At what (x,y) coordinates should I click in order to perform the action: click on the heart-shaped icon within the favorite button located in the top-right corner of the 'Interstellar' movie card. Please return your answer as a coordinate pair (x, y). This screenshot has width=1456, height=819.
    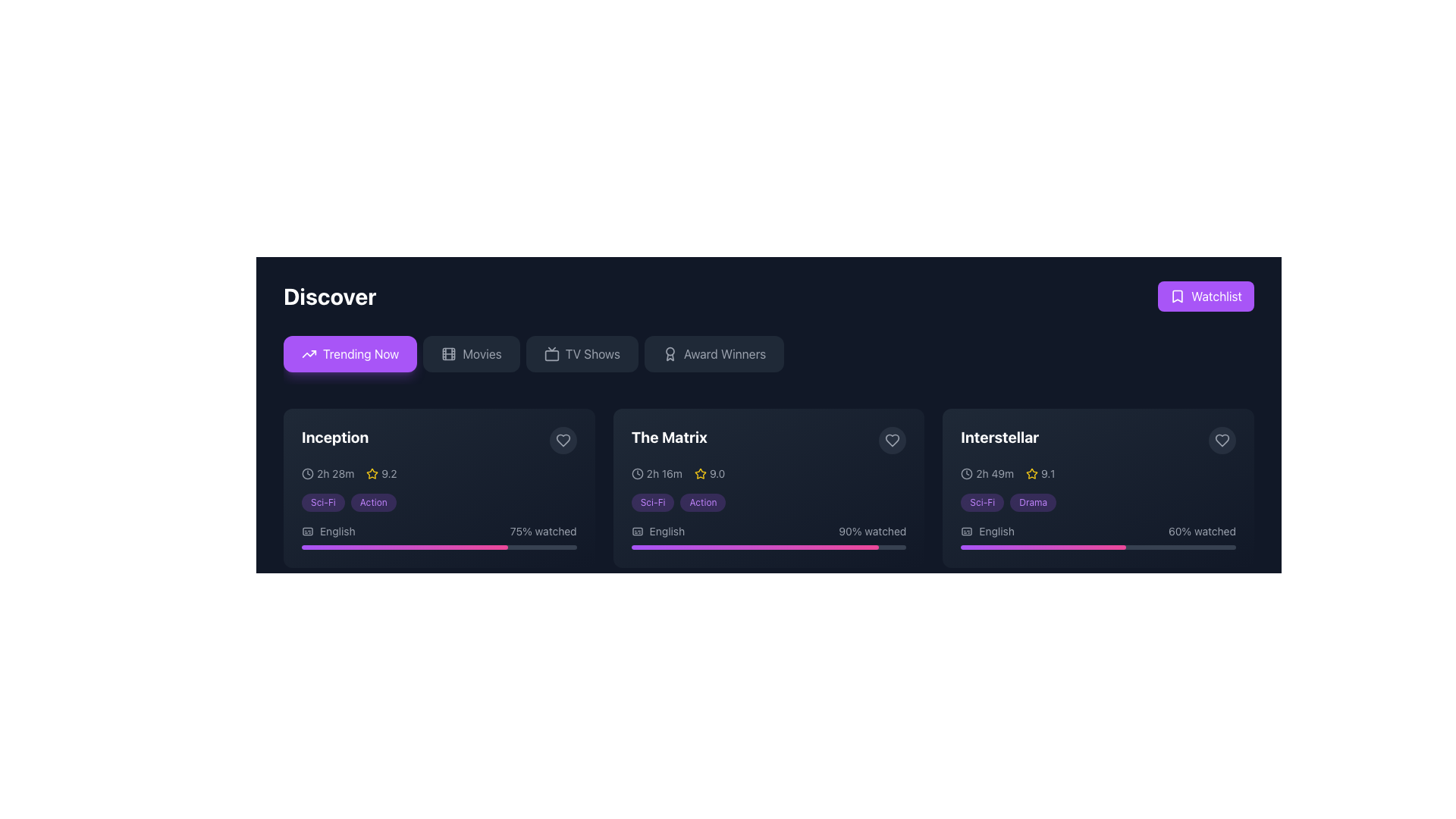
    Looking at the image, I should click on (1222, 441).